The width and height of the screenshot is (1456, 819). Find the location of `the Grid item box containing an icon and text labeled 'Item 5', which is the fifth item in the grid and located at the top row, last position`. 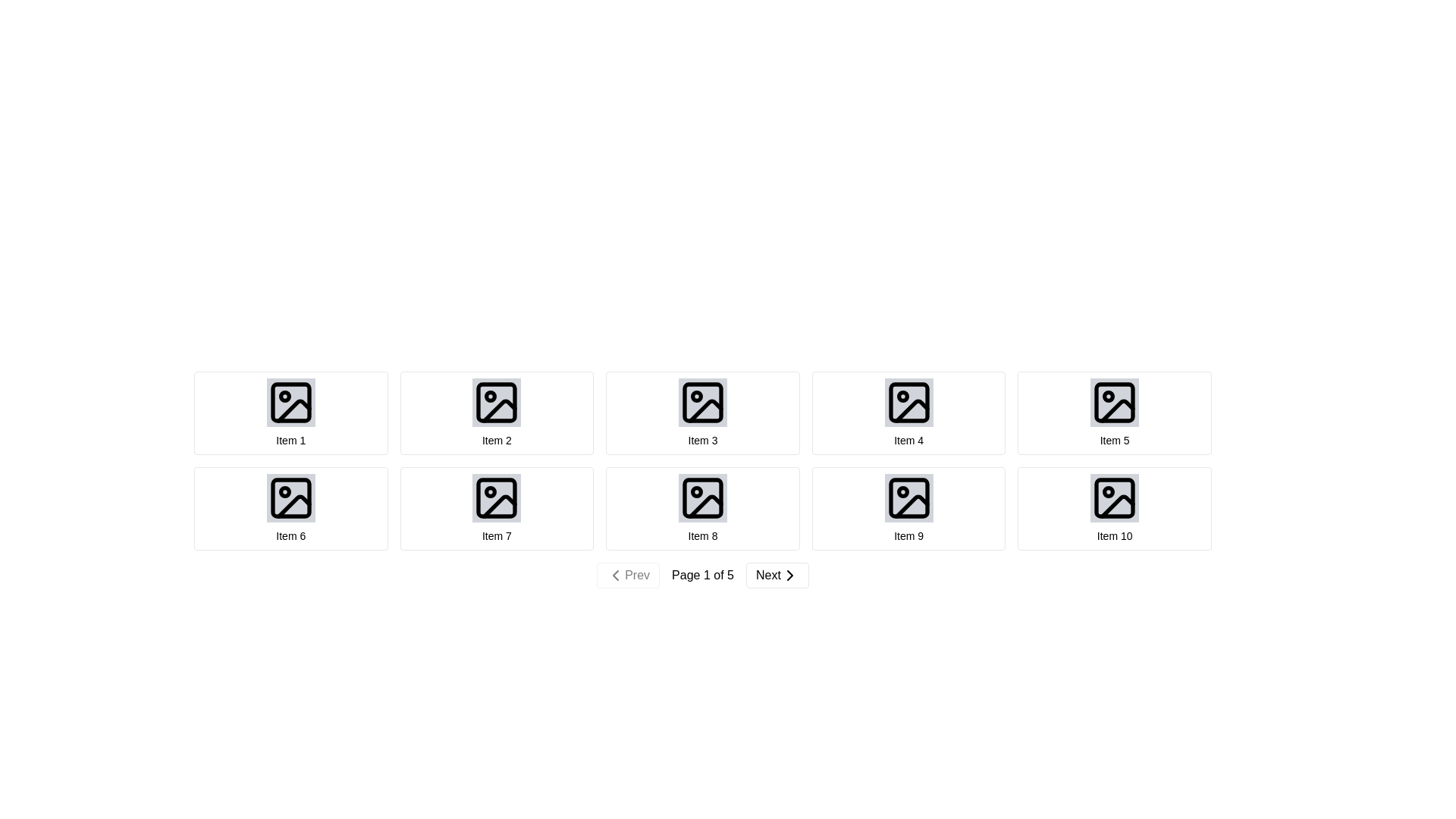

the Grid item box containing an icon and text labeled 'Item 5', which is the fifth item in the grid and located at the top row, last position is located at coordinates (1115, 413).